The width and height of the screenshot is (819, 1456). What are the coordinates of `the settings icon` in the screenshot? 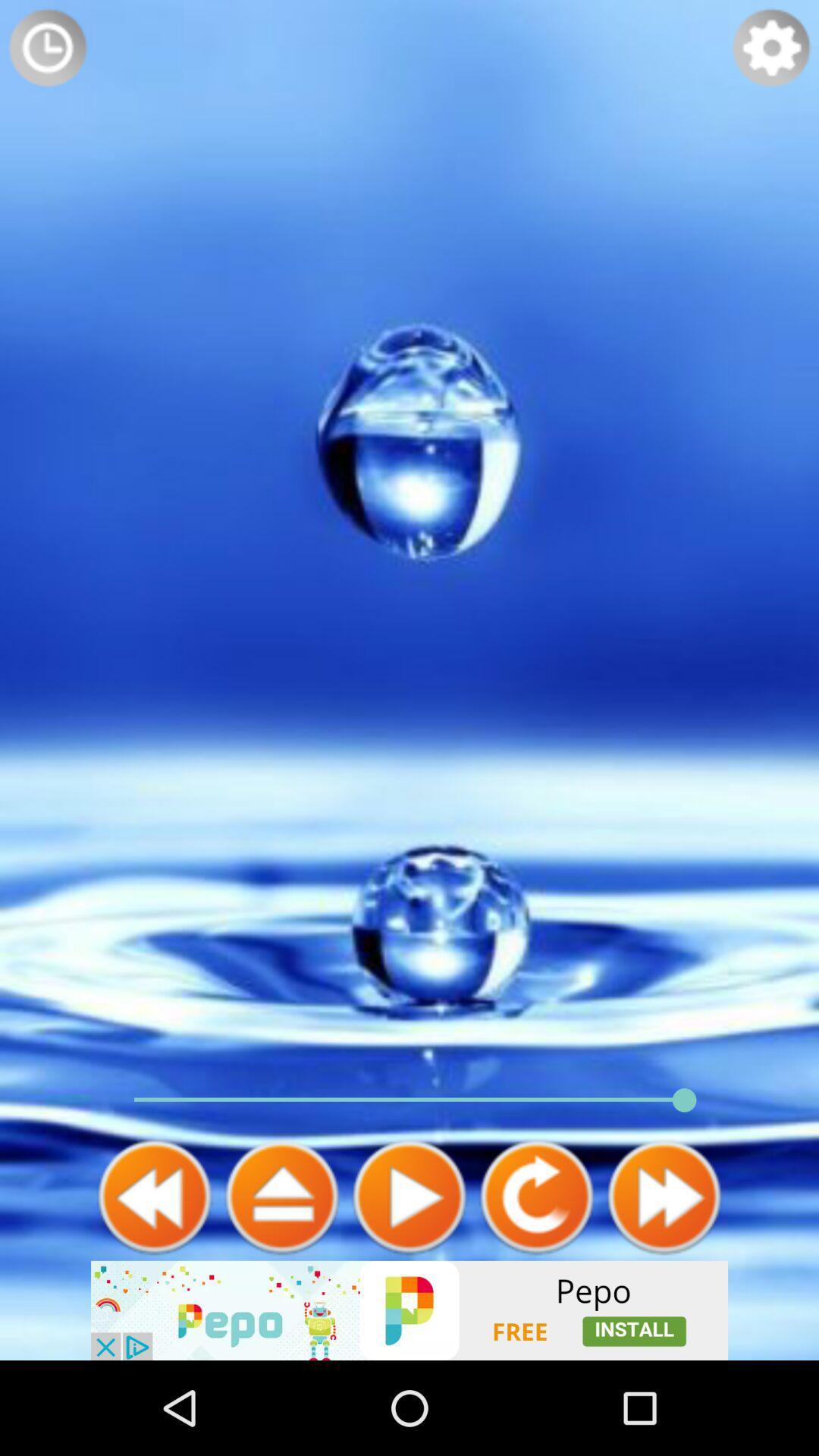 It's located at (771, 51).